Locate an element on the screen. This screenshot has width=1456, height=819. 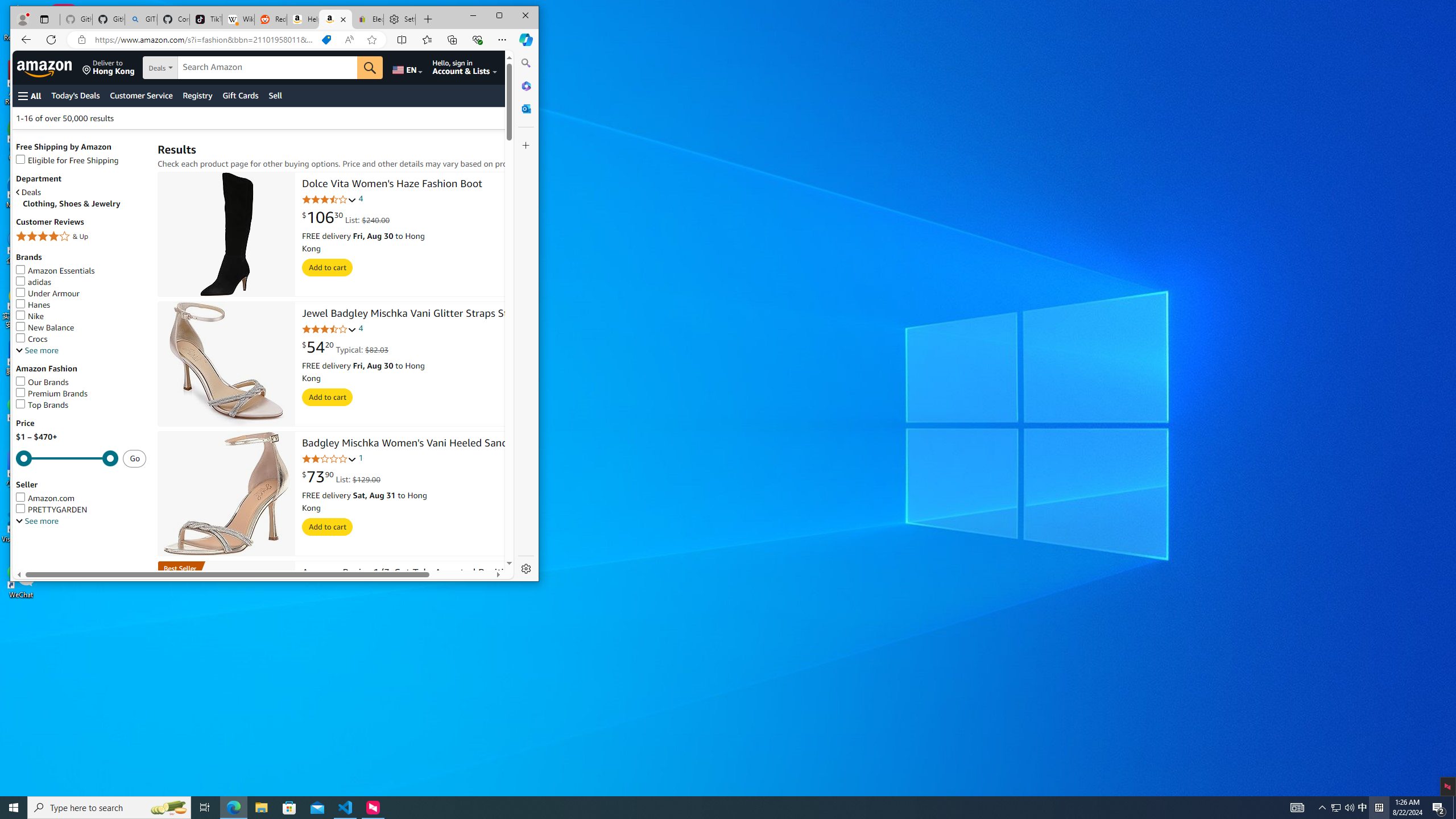
'Deals' is located at coordinates (81, 192).